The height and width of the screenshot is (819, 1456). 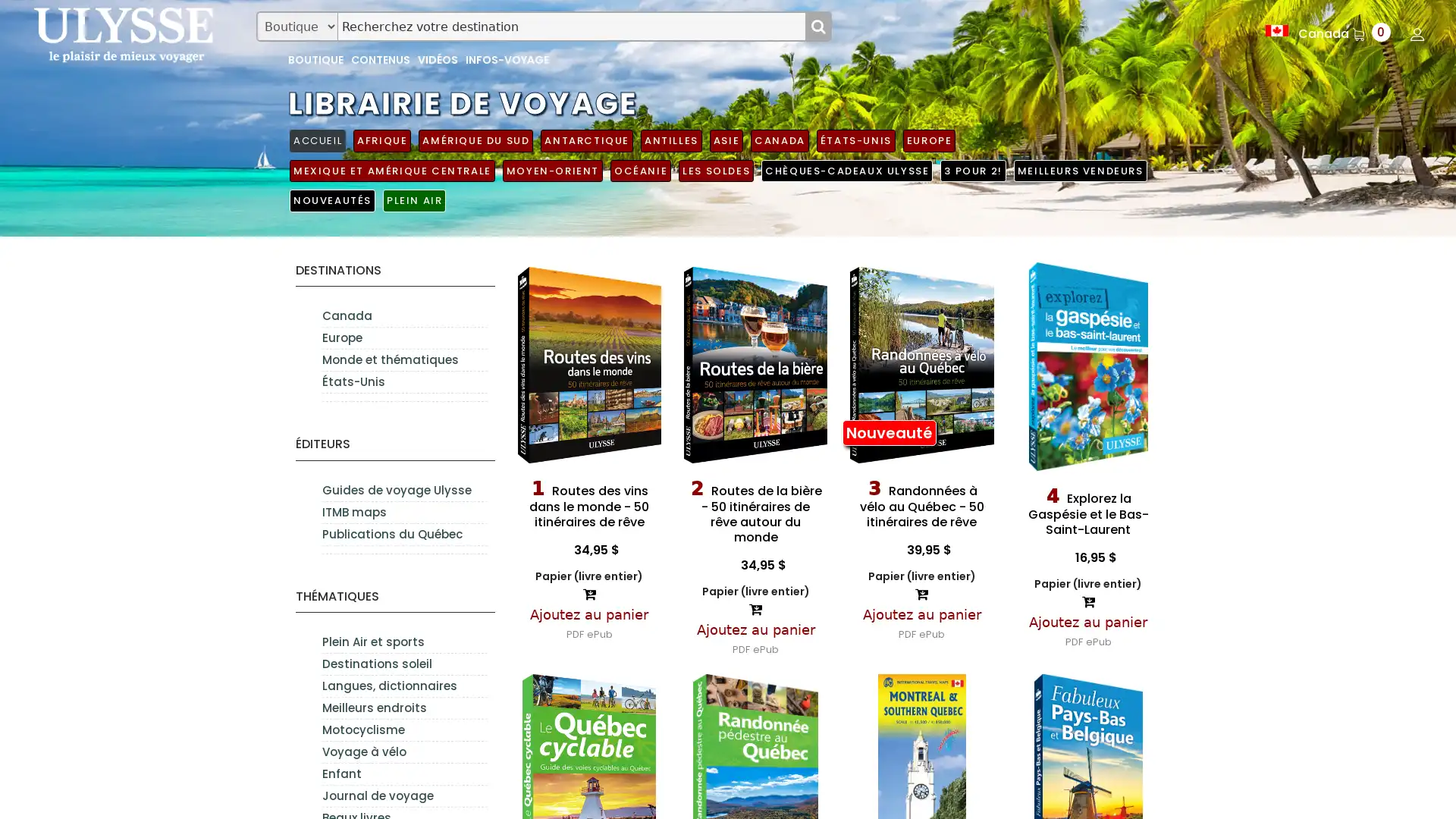 What do you see at coordinates (414, 199) in the screenshot?
I see `PLEIN AIR` at bounding box center [414, 199].